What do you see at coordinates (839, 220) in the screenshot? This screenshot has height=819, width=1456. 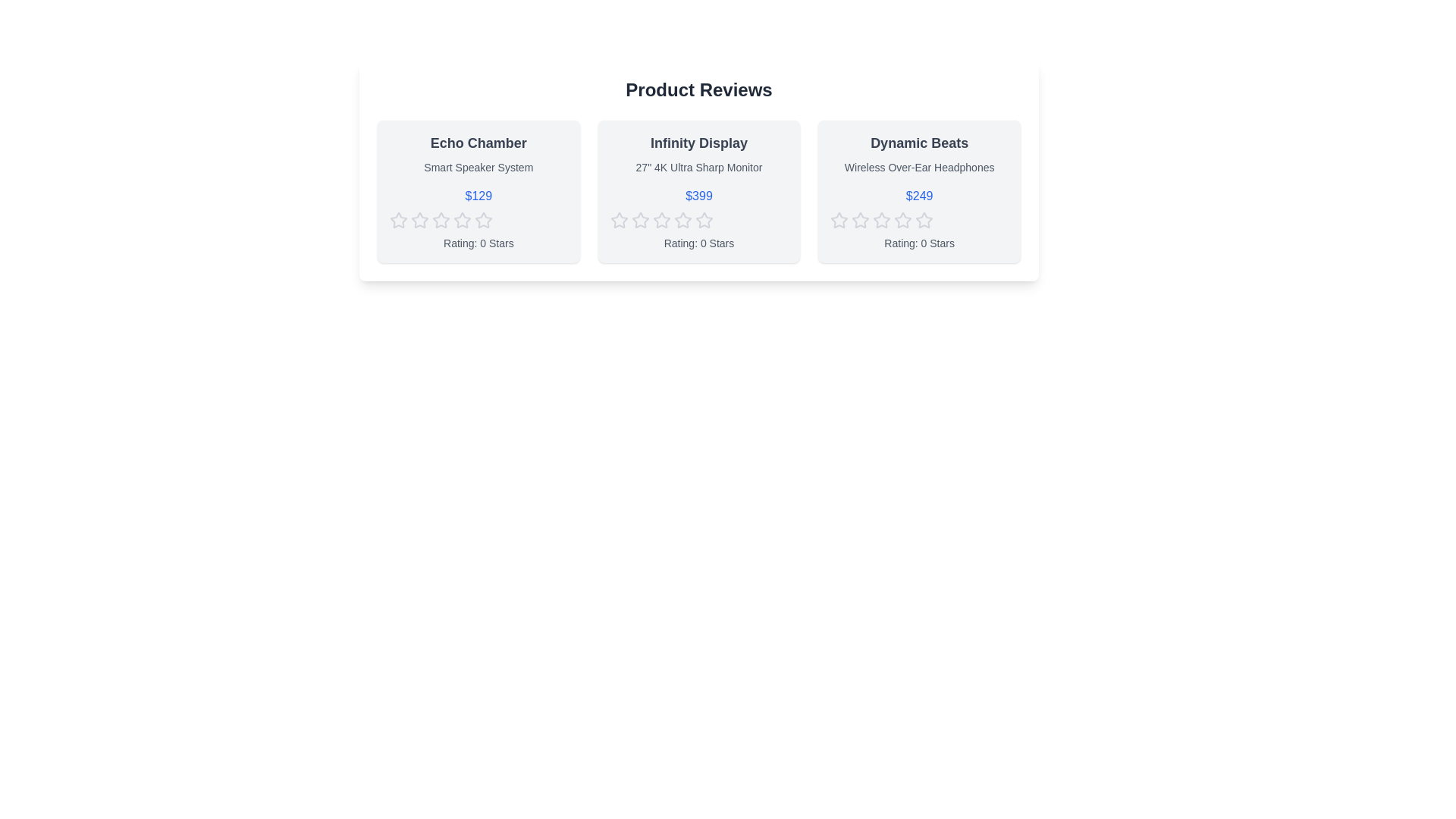 I see `the first star icon in the rating system under the 'Dynamic Beats' section to initiate tooltip or visual feedback` at bounding box center [839, 220].